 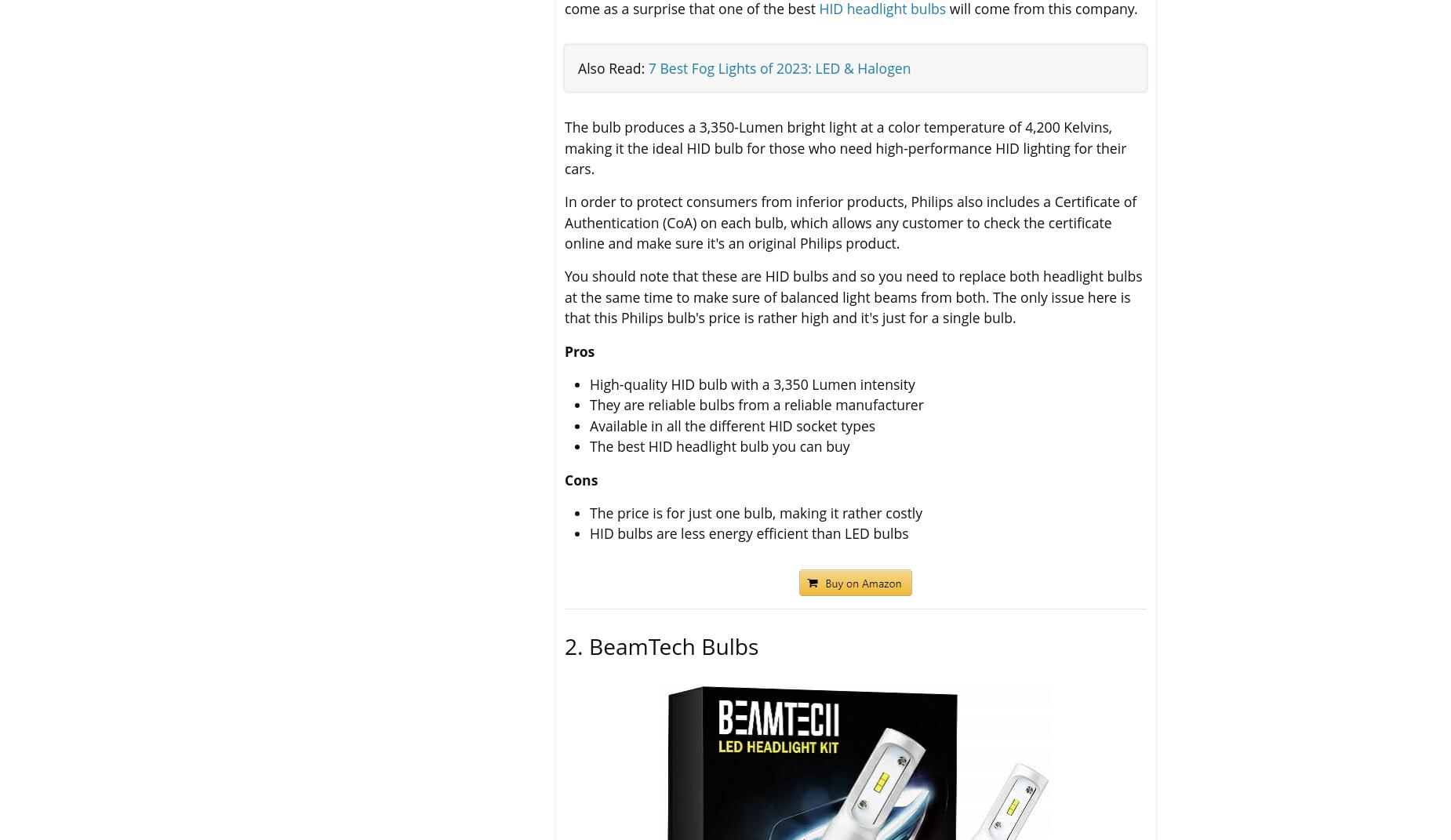 I want to click on 'Available in all the different HID socket types', so click(x=732, y=425).